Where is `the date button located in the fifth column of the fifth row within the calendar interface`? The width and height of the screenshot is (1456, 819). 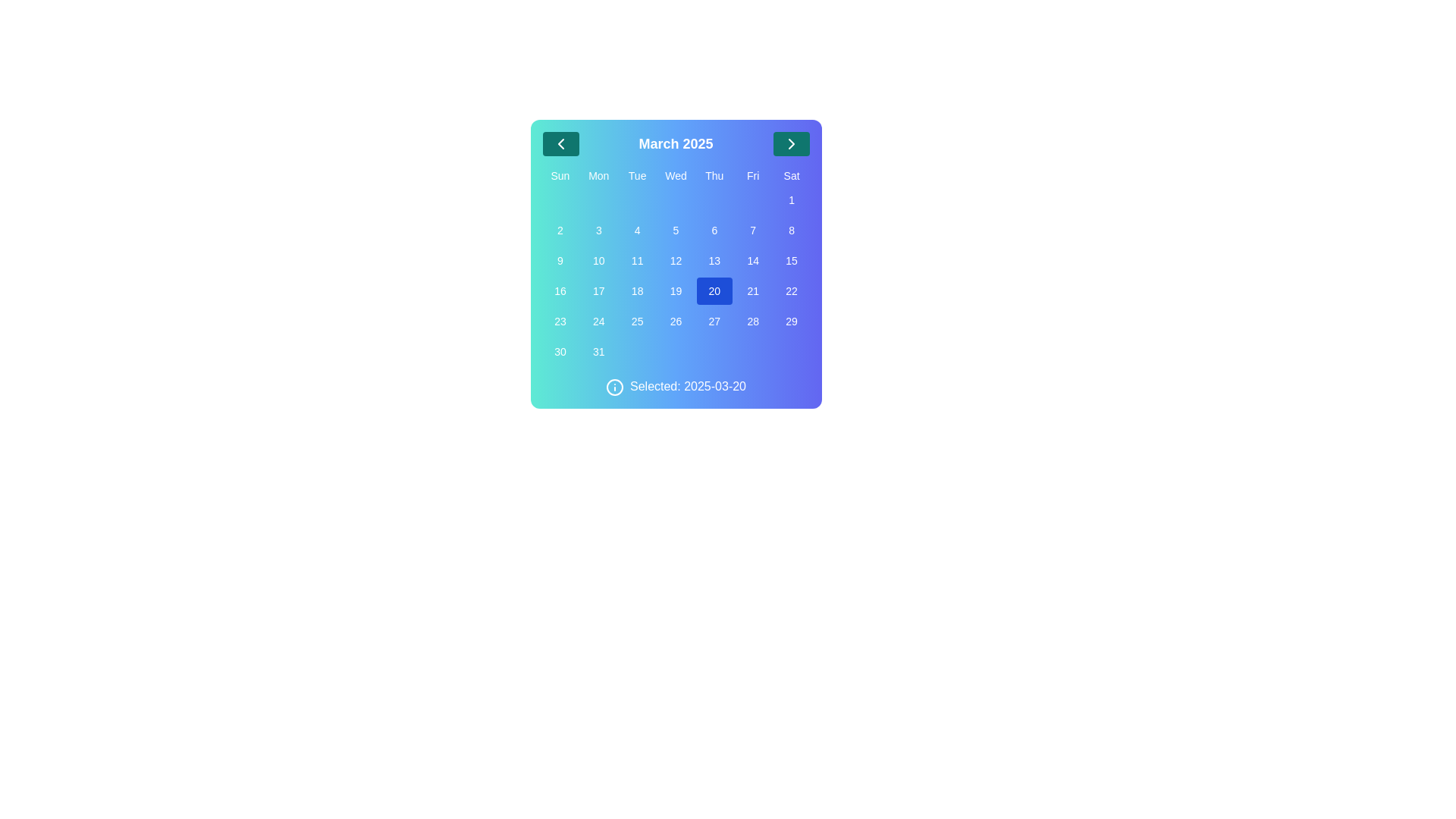
the date button located in the fifth column of the fifth row within the calendar interface is located at coordinates (637, 321).